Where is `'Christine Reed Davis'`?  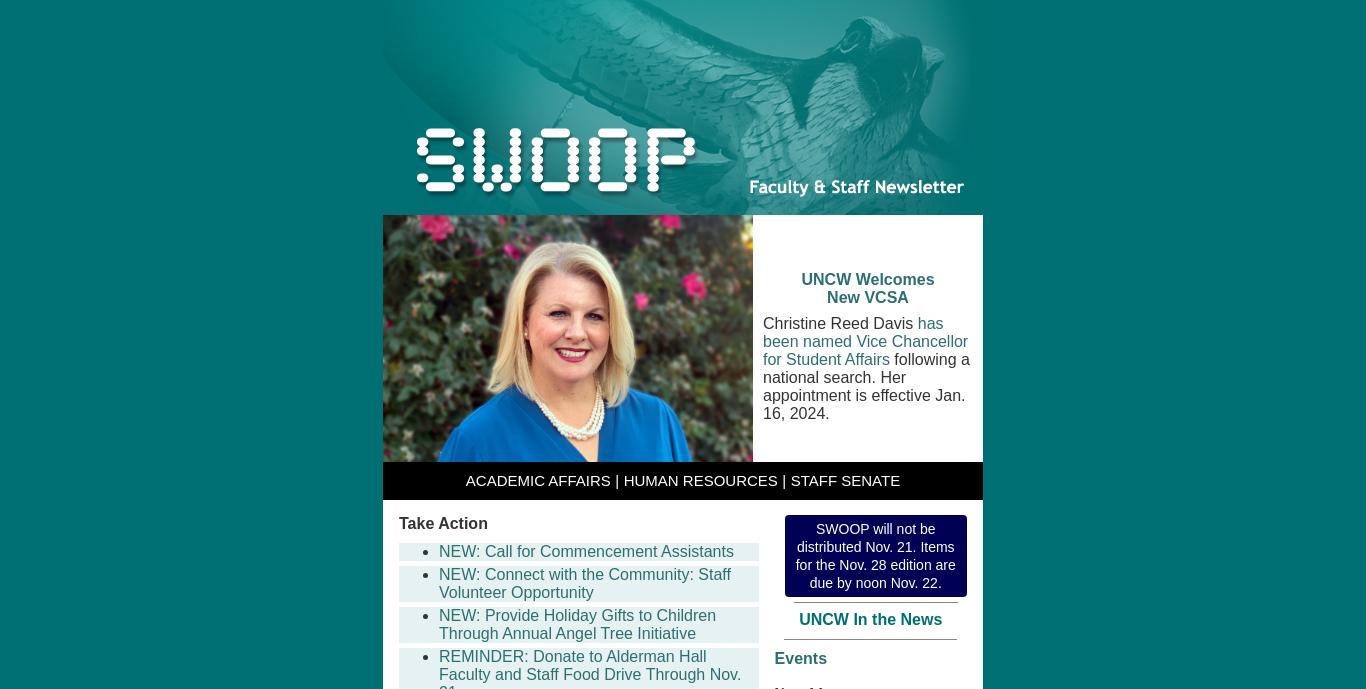 'Christine Reed Davis' is located at coordinates (838, 323).